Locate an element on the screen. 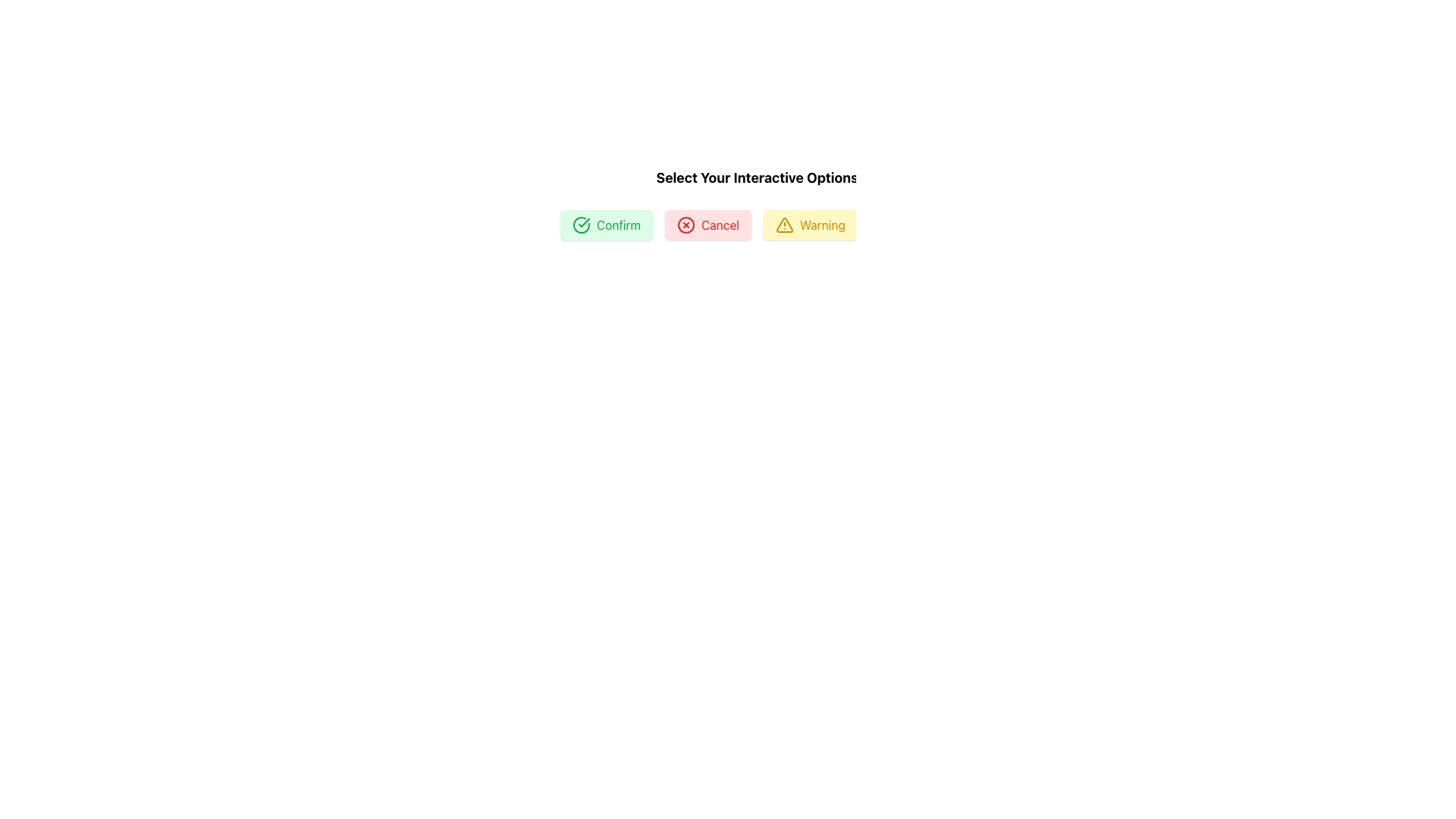  the cancellation icon located to the left of the 'Cancel' label in the cancel button grouping at the center of the interface is located at coordinates (685, 225).